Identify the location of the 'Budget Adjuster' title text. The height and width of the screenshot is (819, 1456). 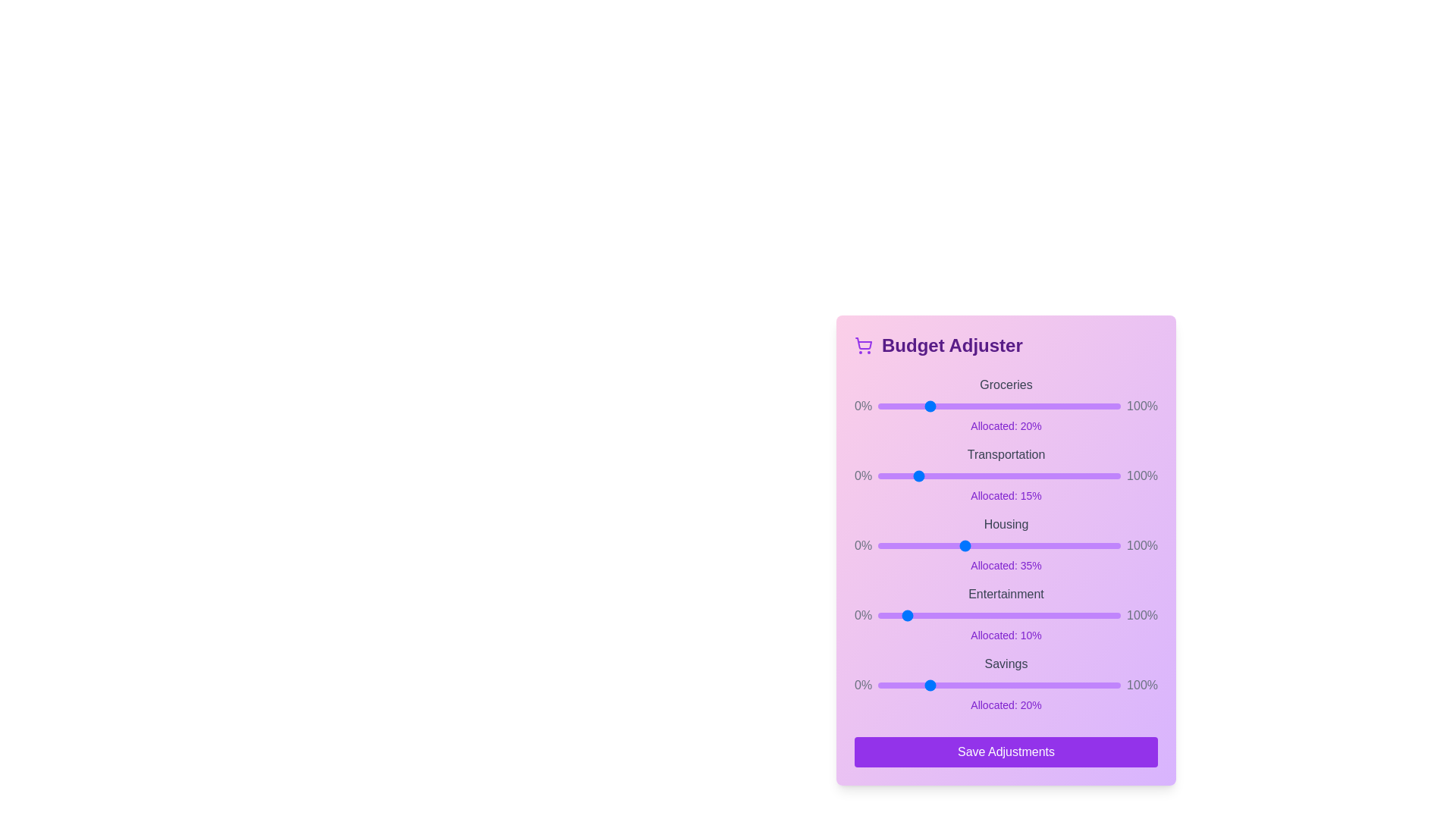
(1006, 345).